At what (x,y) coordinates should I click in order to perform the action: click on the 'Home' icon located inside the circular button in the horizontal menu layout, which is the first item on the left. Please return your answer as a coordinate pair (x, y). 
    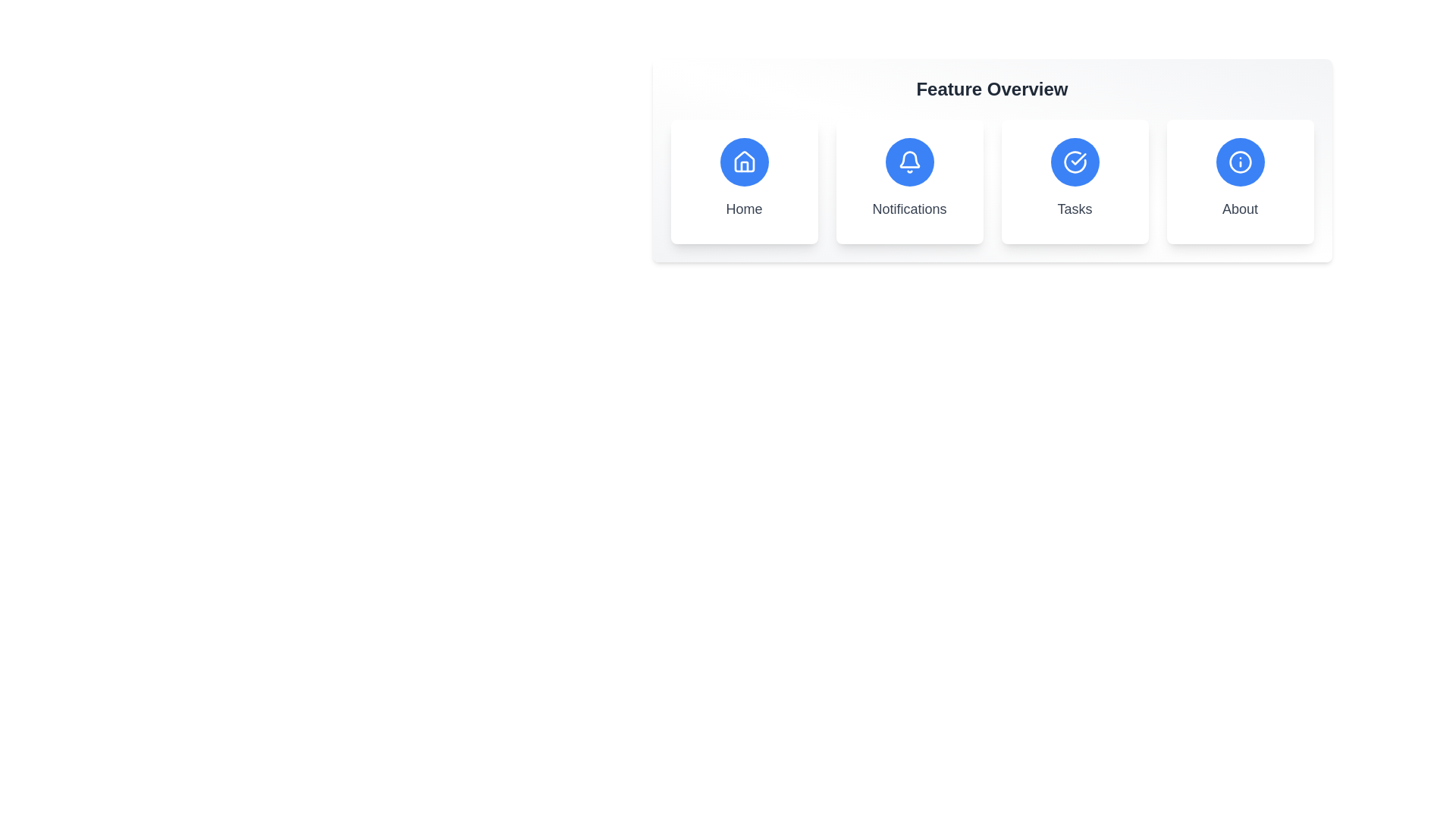
    Looking at the image, I should click on (744, 162).